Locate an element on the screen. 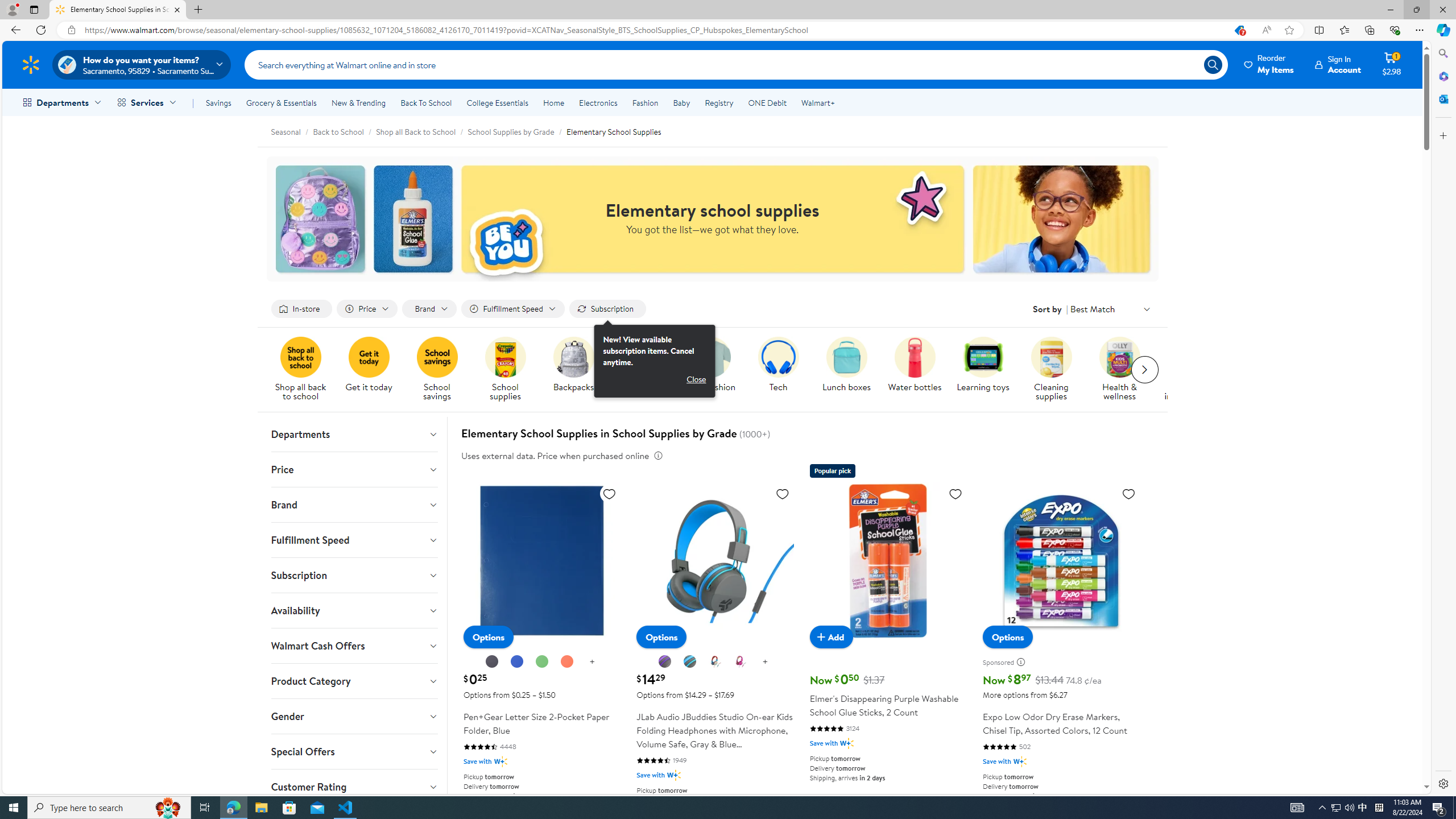  'A pack of Olly multivitamins are on display.' is located at coordinates (1119, 357).